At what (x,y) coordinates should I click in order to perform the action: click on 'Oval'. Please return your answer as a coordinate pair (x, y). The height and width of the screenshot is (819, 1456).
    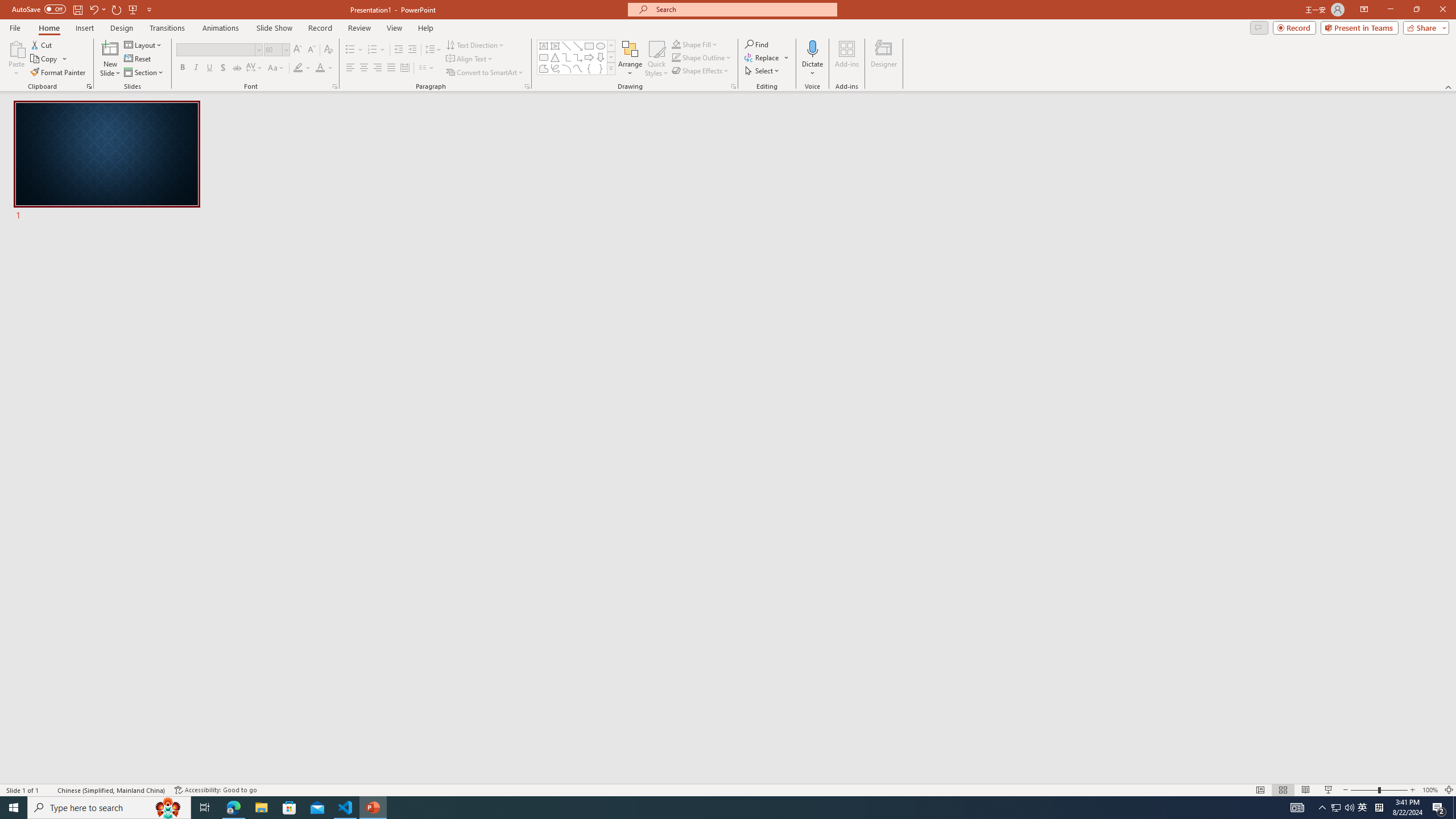
    Looking at the image, I should click on (600, 45).